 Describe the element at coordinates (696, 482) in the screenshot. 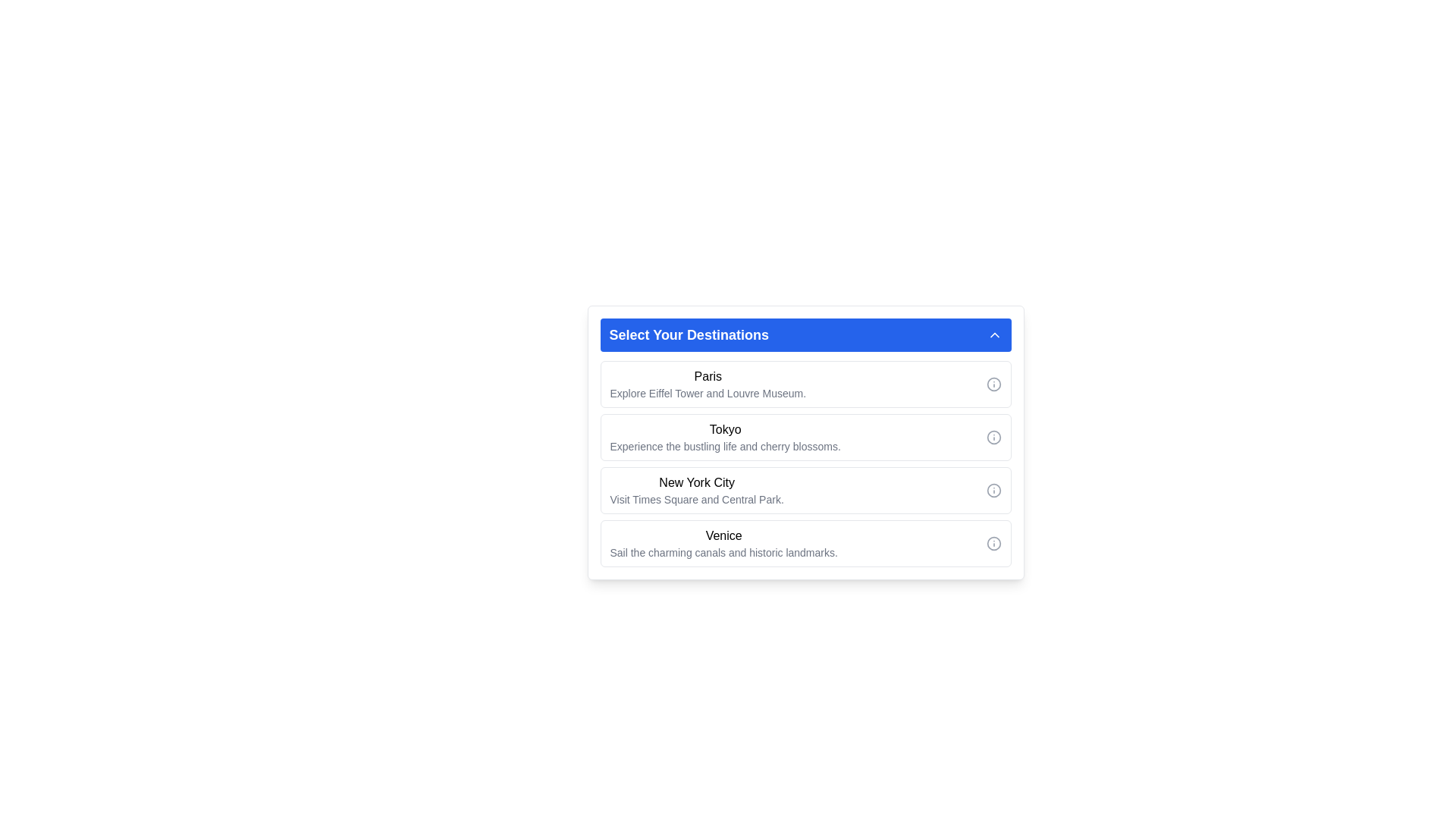

I see `the bold text label reading 'New York City', which is the main title in the third slot of the destinations list` at that location.